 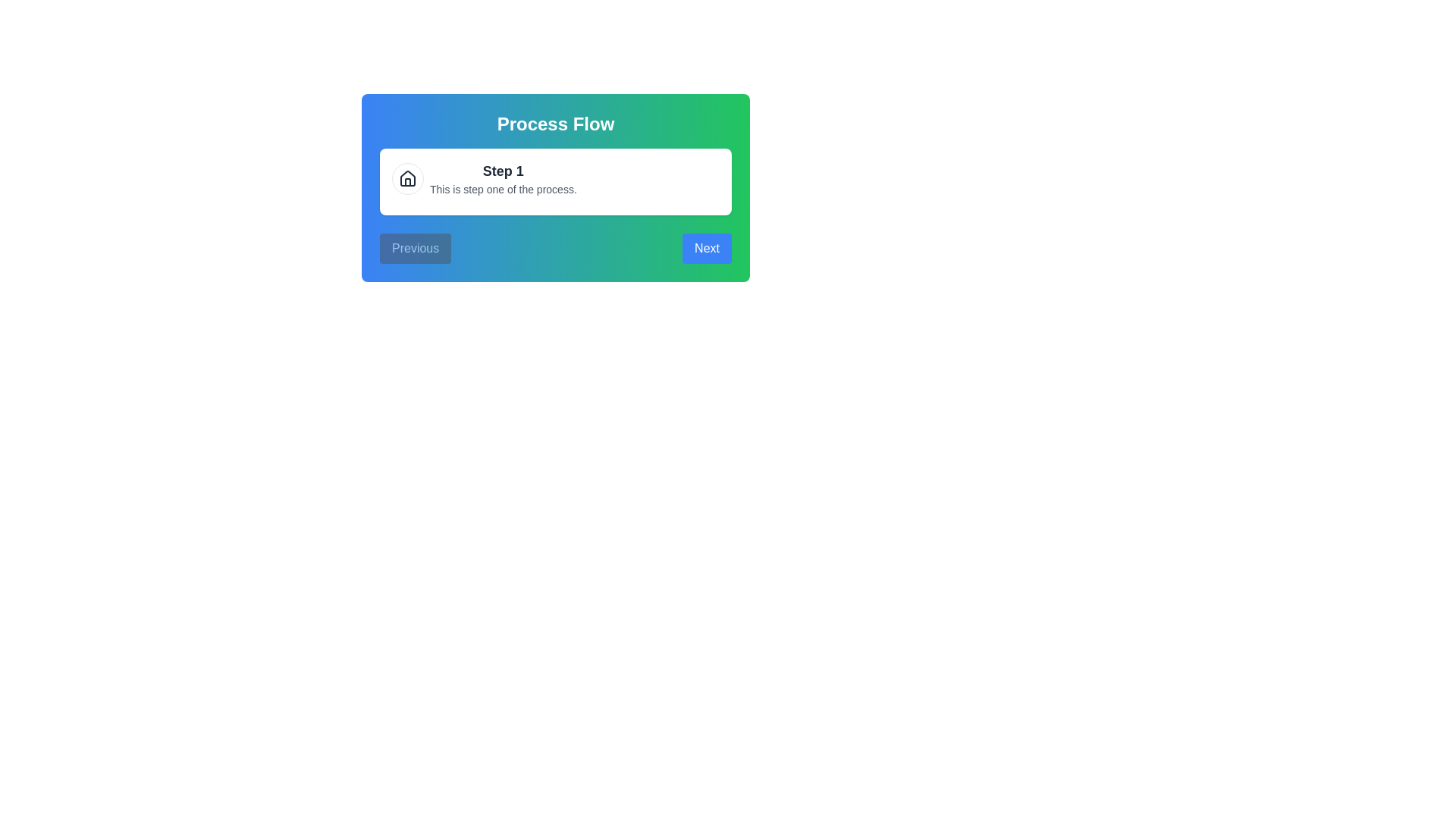 What do you see at coordinates (555, 177) in the screenshot?
I see `the 'Step 1' Card with Icon and Text to proceed to the next step in the workflow` at bounding box center [555, 177].